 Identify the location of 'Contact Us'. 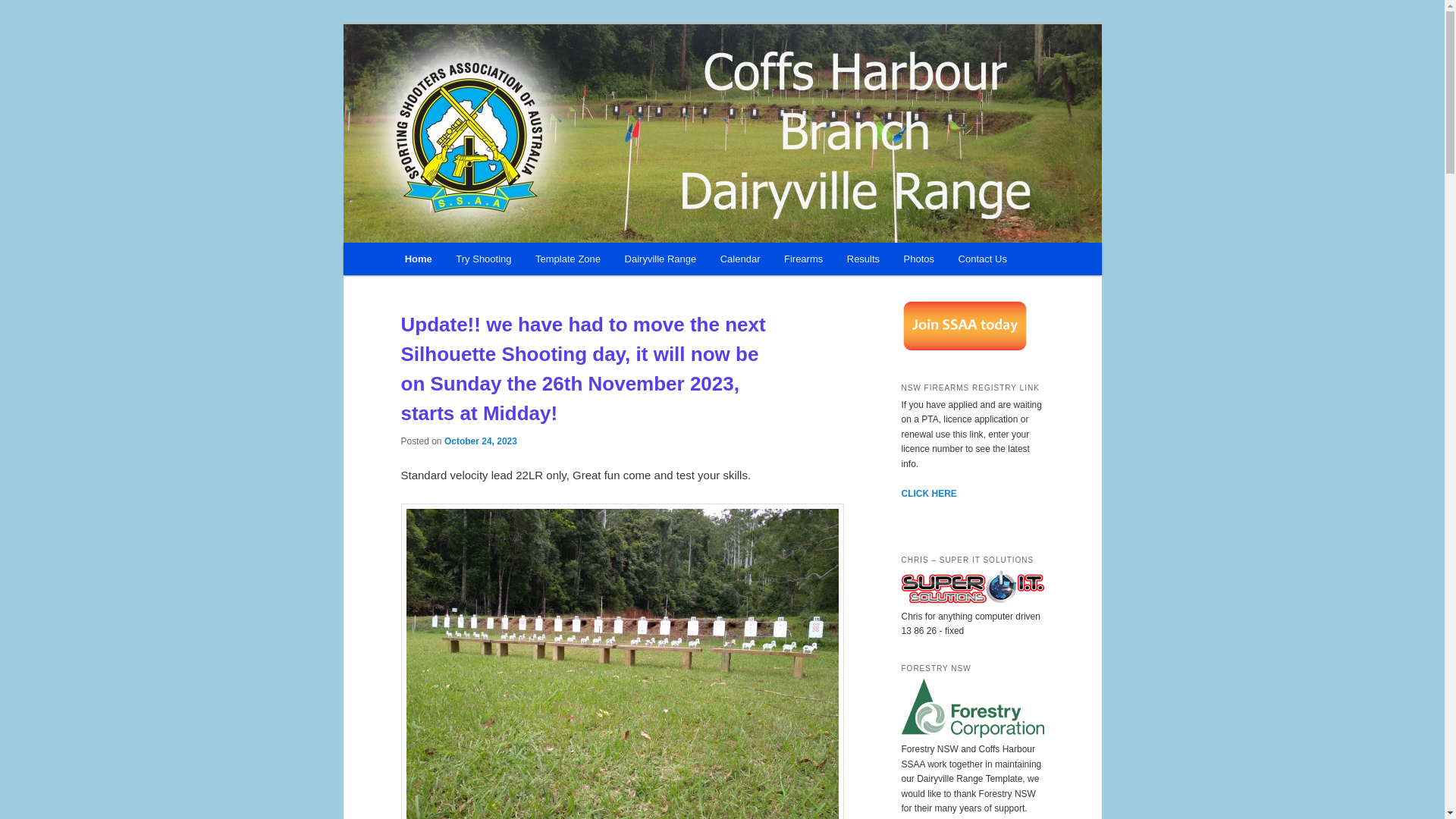
(983, 258).